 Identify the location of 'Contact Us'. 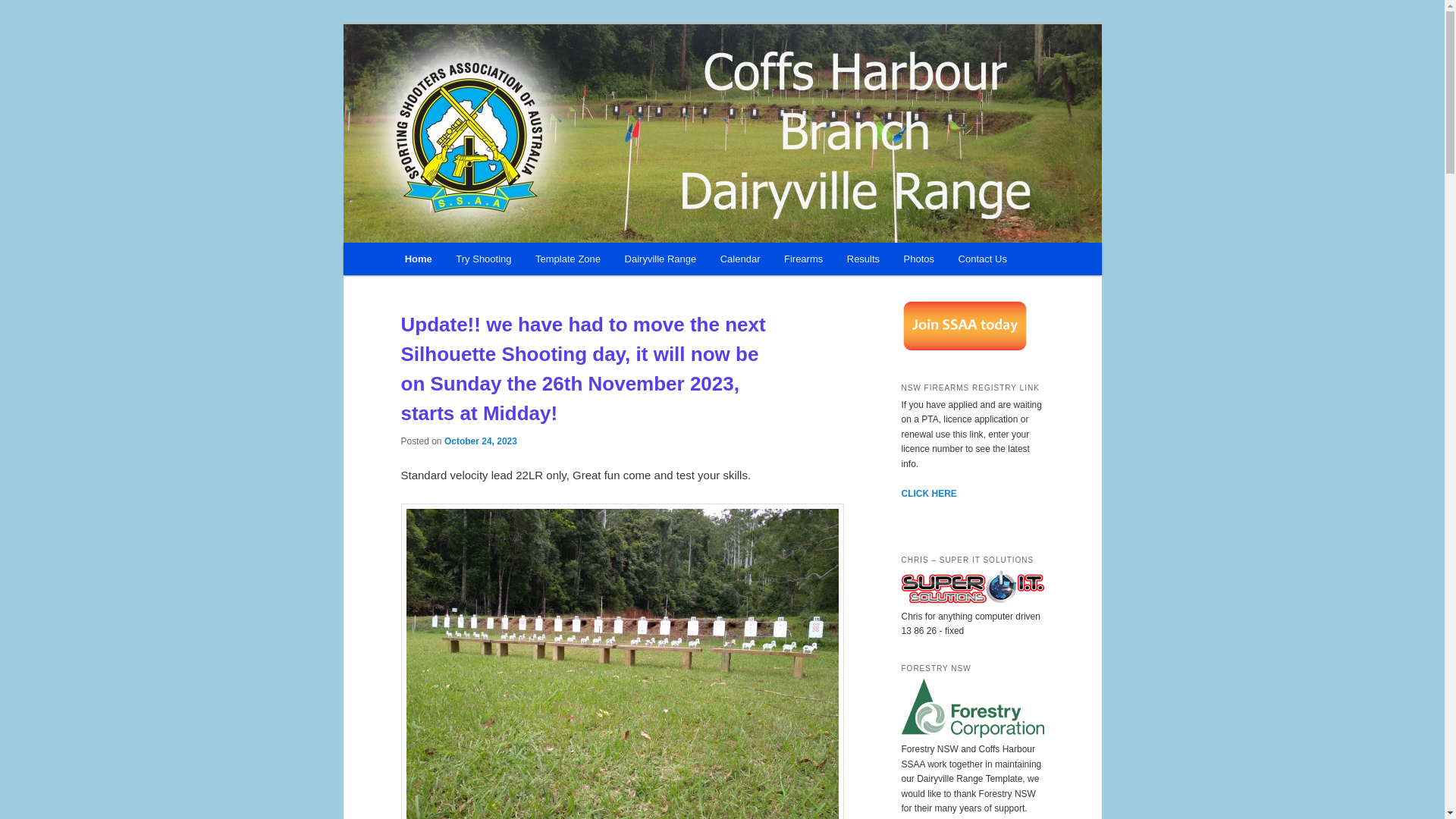
(983, 258).